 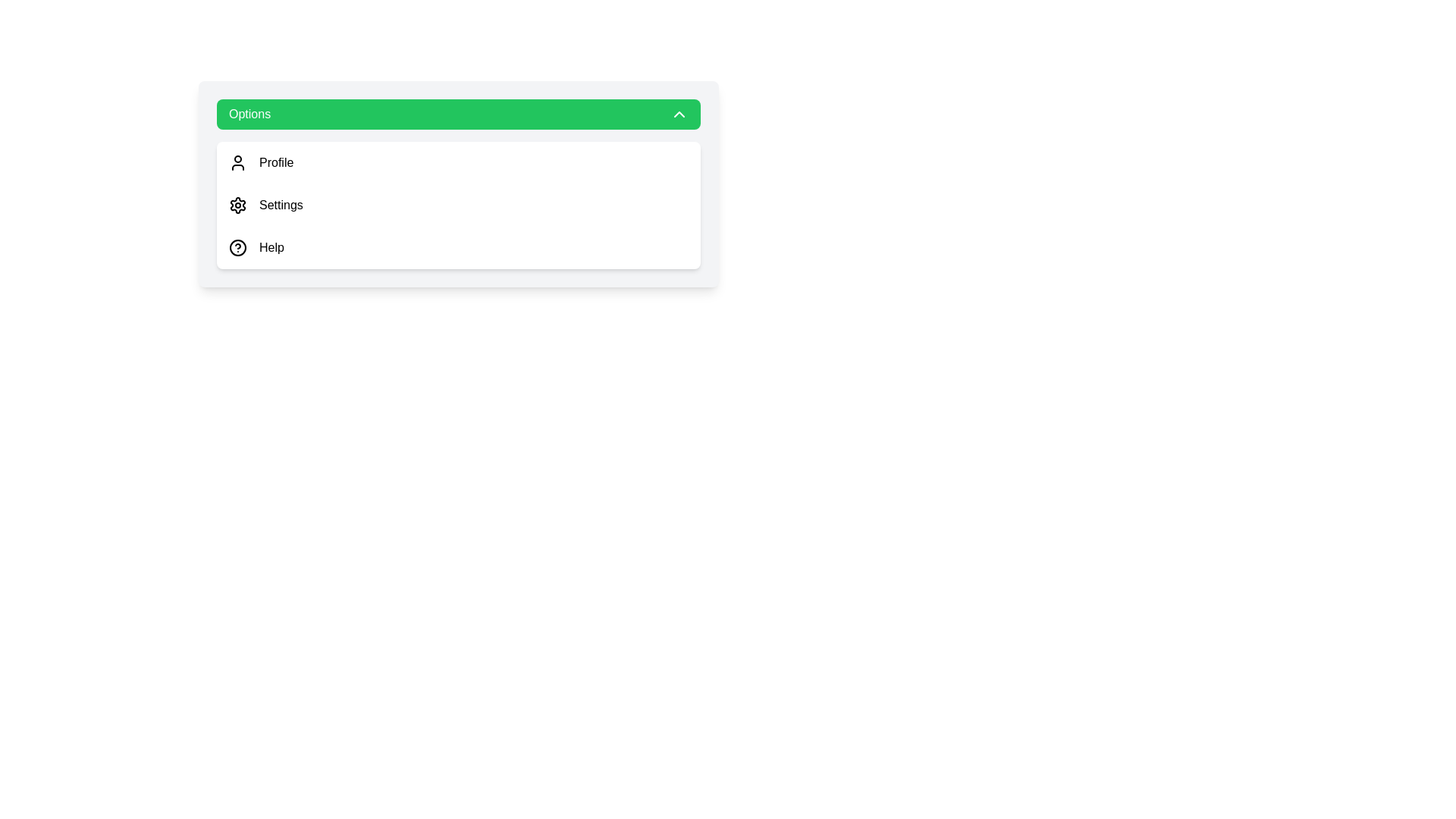 I want to click on the green rectangular 'Options' button with rounded corners, so click(x=457, y=113).